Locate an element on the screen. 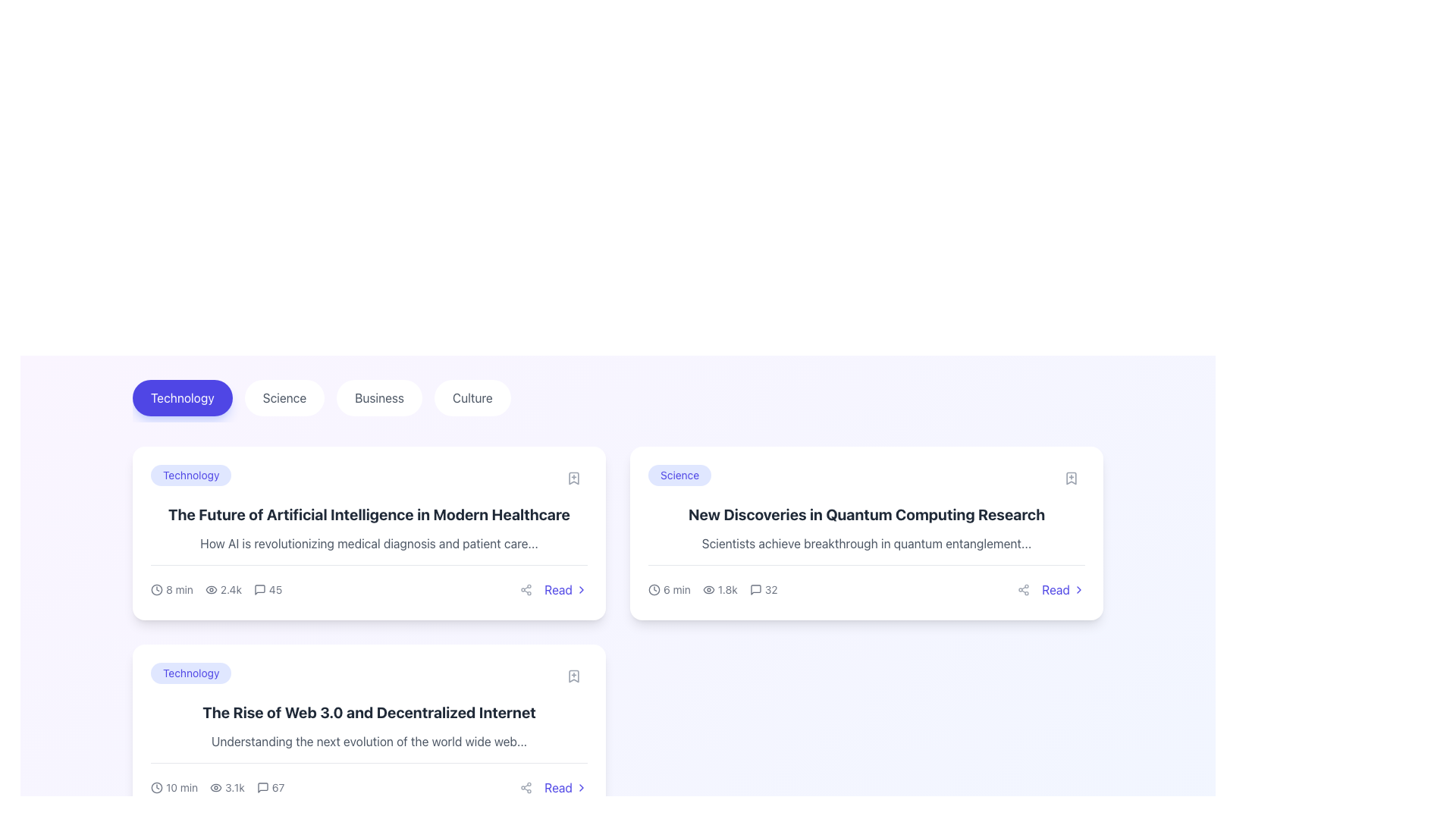  the circular part of the SVG icon located in the header of the card under the 'Technology' tab, specifically to the left of the text '8 min.' is located at coordinates (156, 589).